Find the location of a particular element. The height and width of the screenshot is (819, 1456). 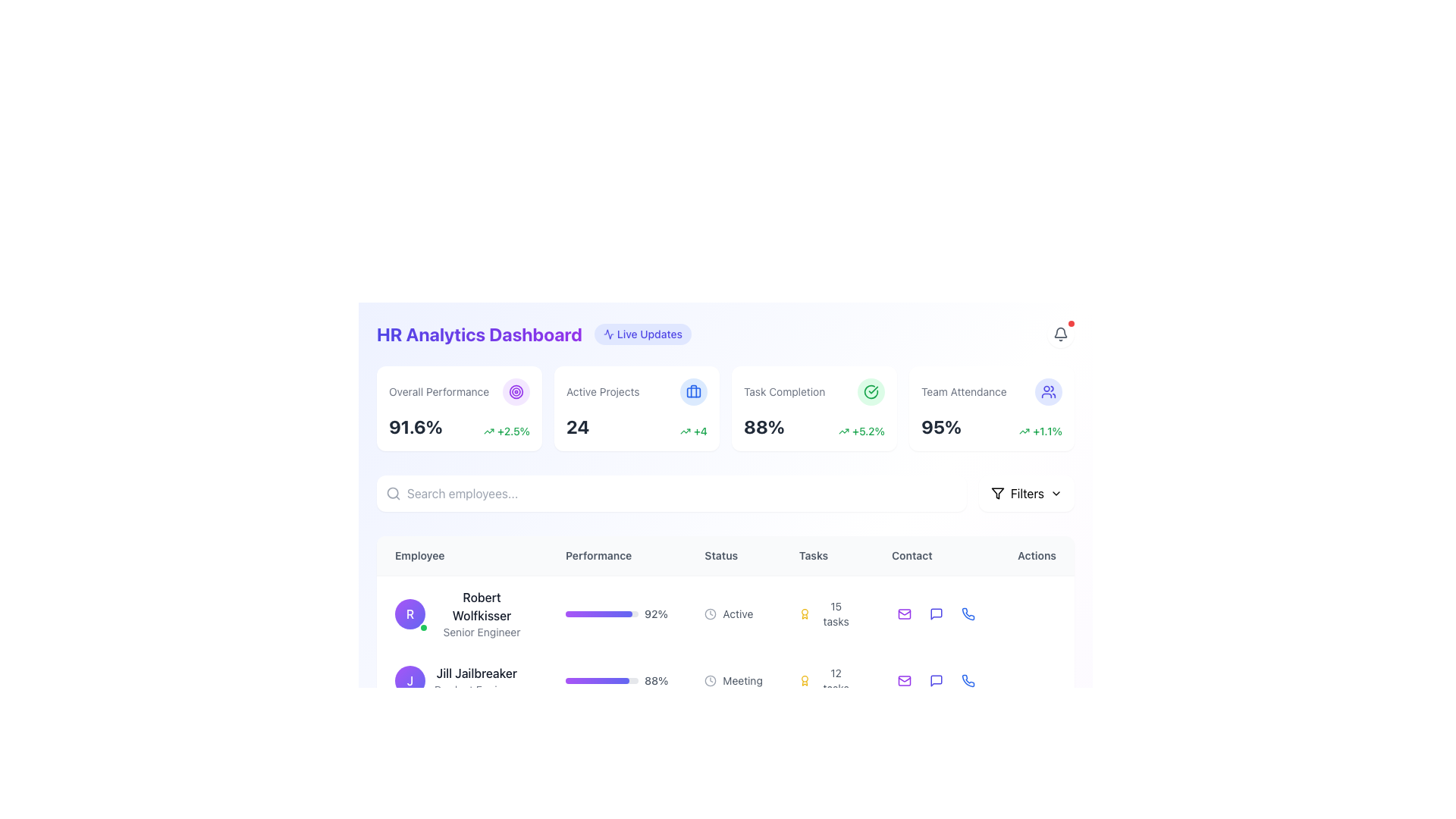

details of the text segment displaying '+2.5%' in a green font, which is accompanied by an upward pointing arrow icon, located within the 'Overall Performance' performance card is located at coordinates (507, 431).